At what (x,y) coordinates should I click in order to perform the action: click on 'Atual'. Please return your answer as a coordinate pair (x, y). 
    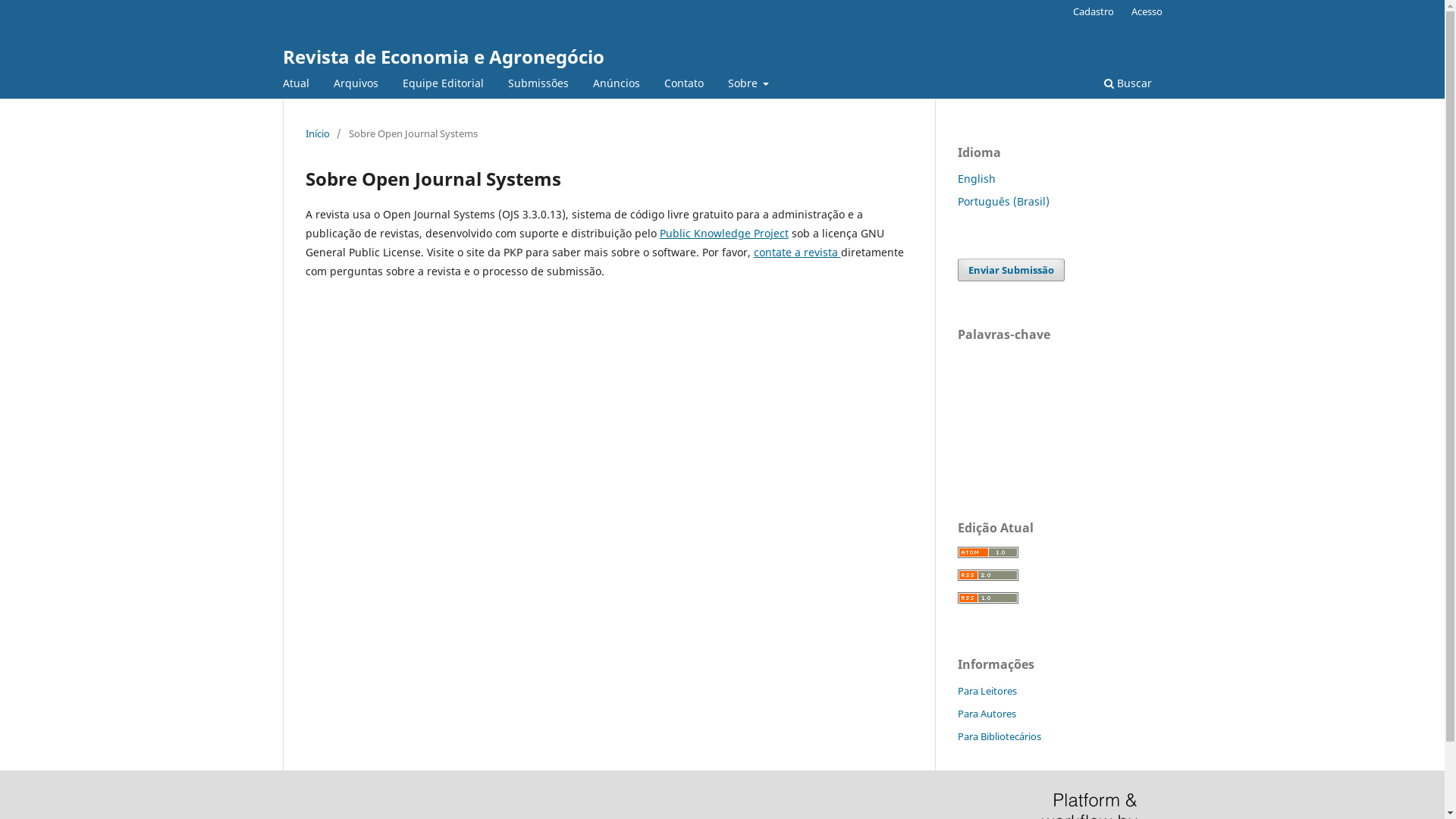
    Looking at the image, I should click on (296, 85).